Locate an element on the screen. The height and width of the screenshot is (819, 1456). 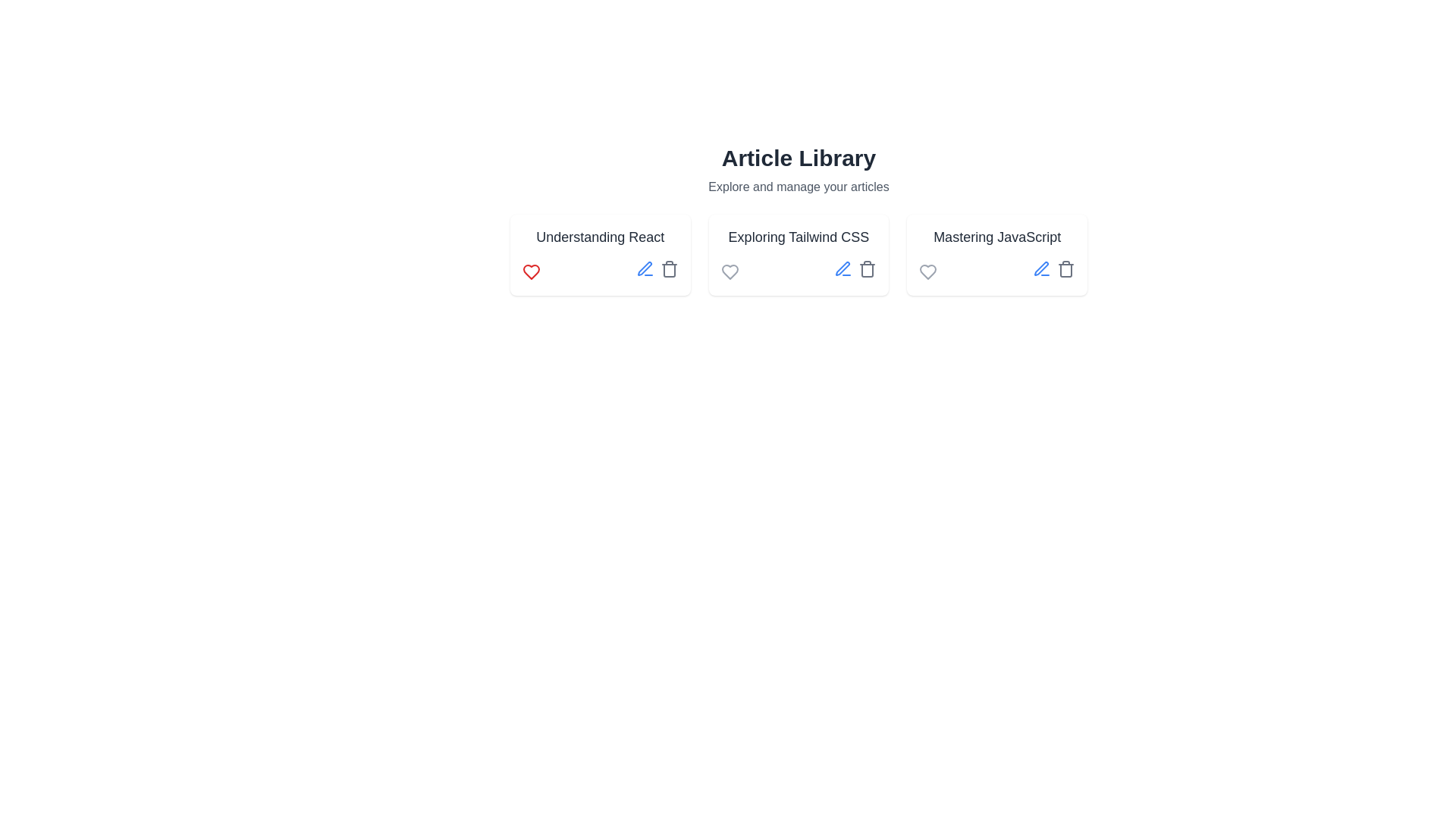
the heart-shaped icon located at the lower-left part of the 'Understanding React' card is located at coordinates (531, 271).